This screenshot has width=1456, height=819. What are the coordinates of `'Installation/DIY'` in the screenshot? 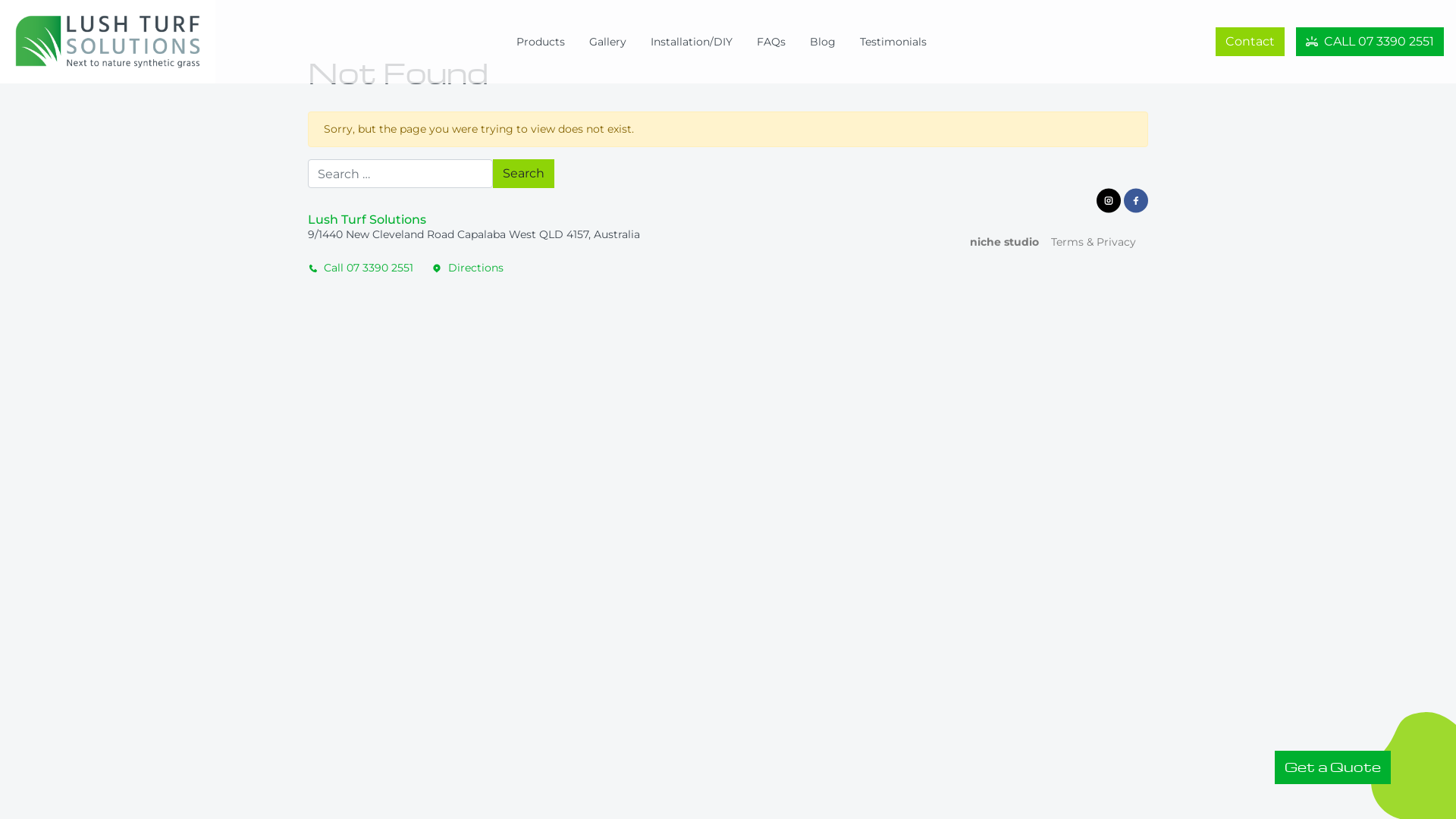 It's located at (691, 41).